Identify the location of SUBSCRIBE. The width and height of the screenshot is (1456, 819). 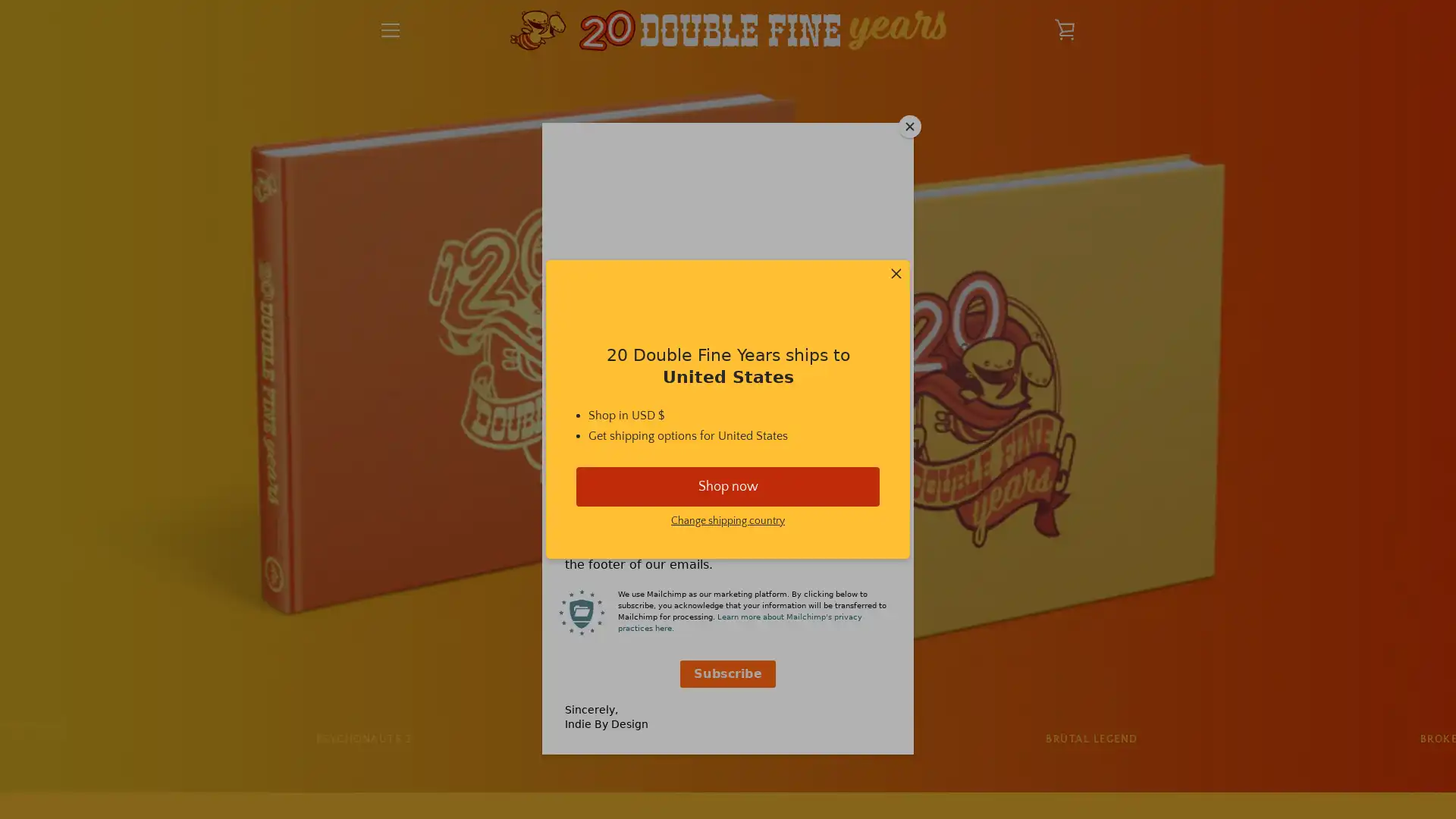
(1039, 682).